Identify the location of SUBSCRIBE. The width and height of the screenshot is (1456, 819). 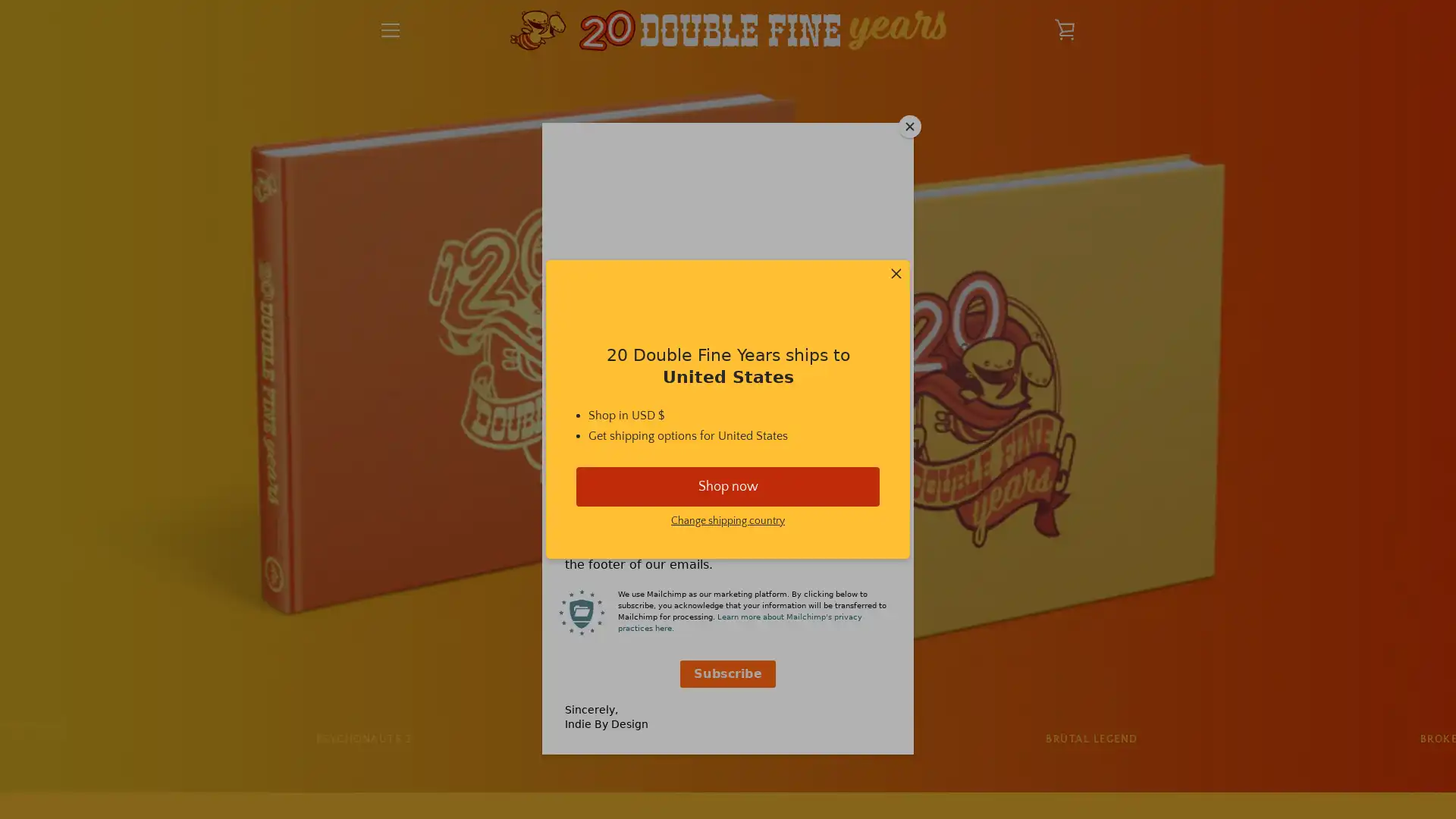
(1039, 682).